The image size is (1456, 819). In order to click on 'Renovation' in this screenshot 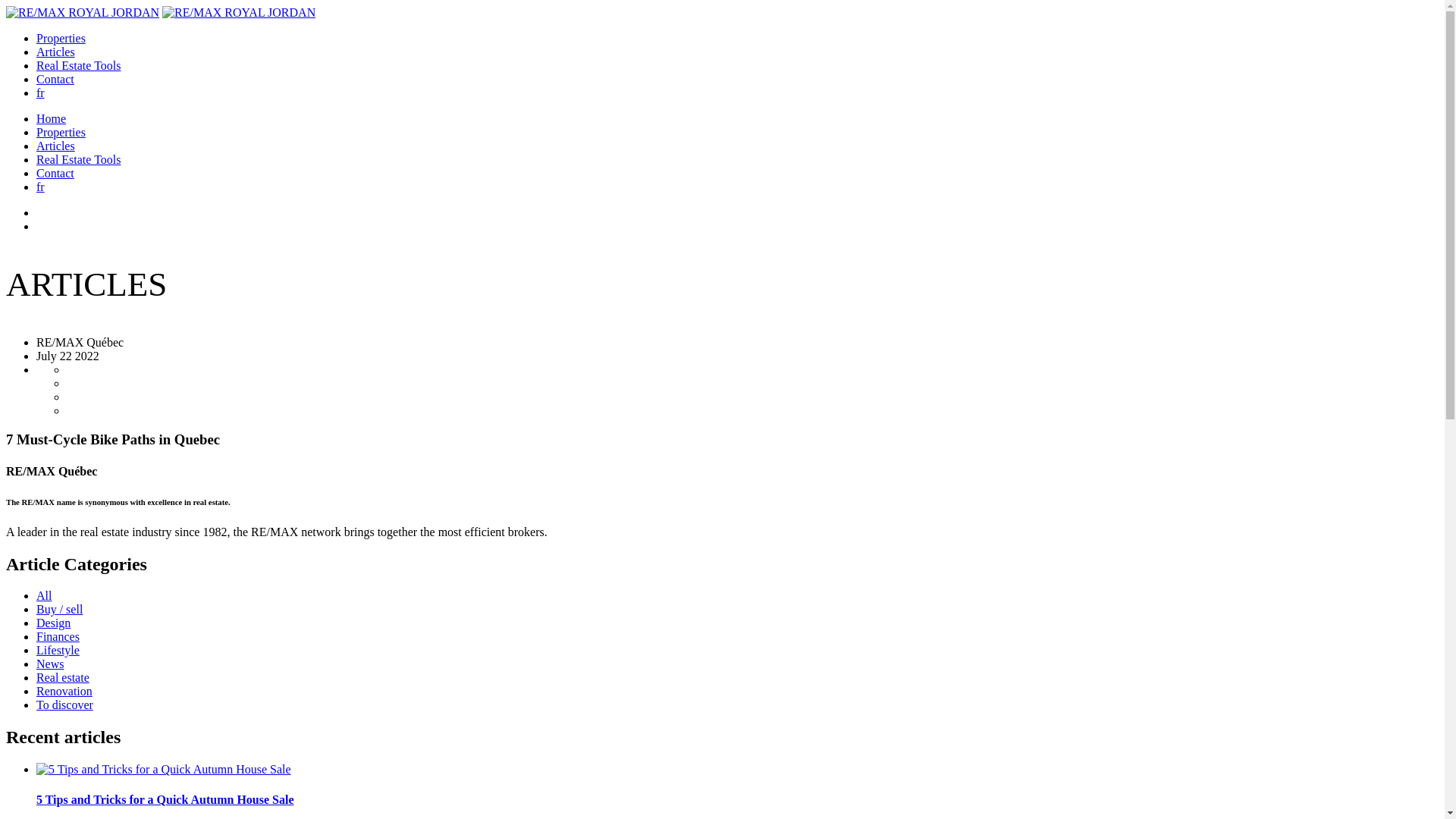, I will do `click(64, 691)`.